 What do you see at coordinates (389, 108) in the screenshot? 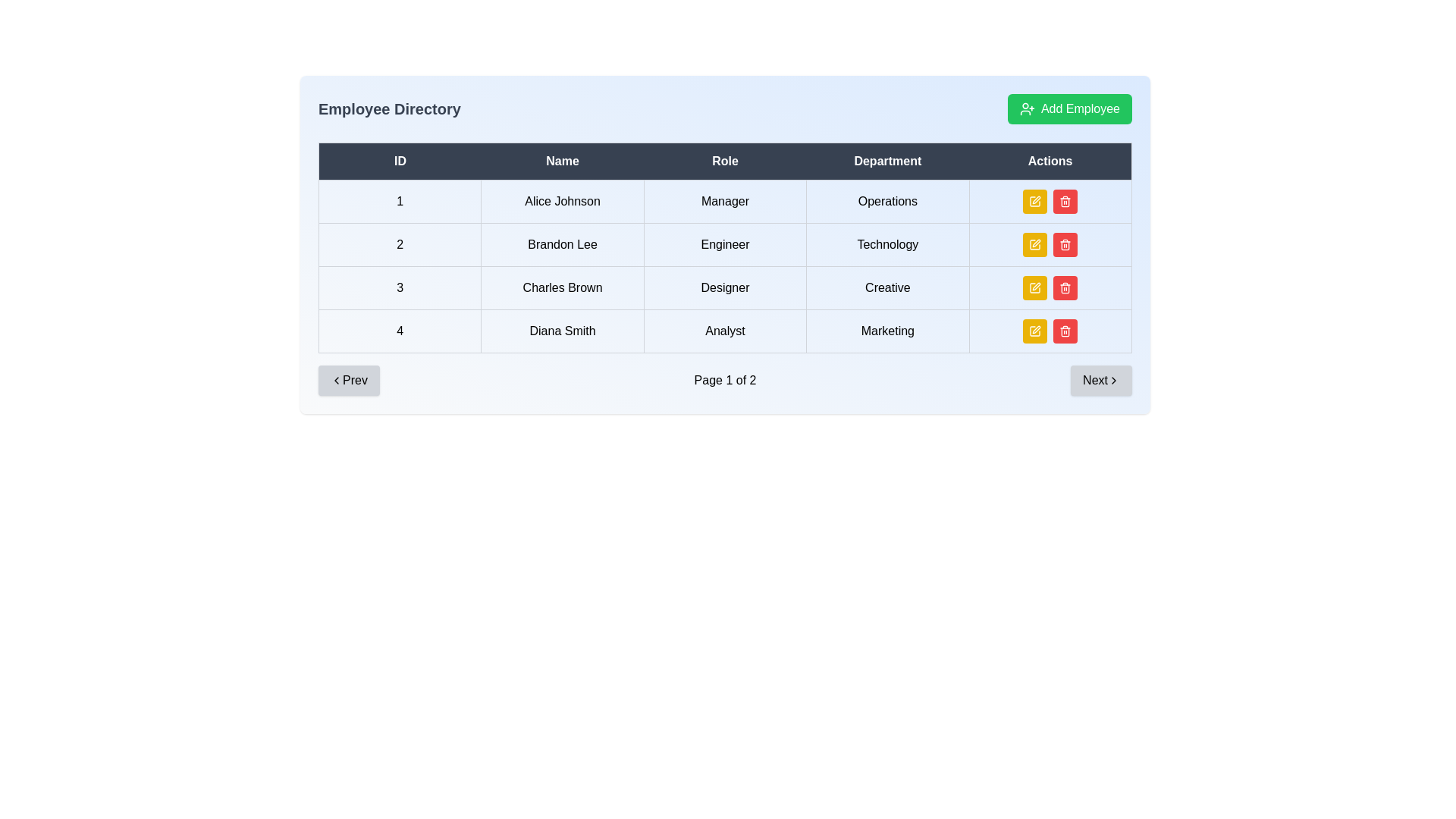
I see `the 'Employee Directory' heading, which serves as a title for the section indicating it is related to the Employee Directory` at bounding box center [389, 108].